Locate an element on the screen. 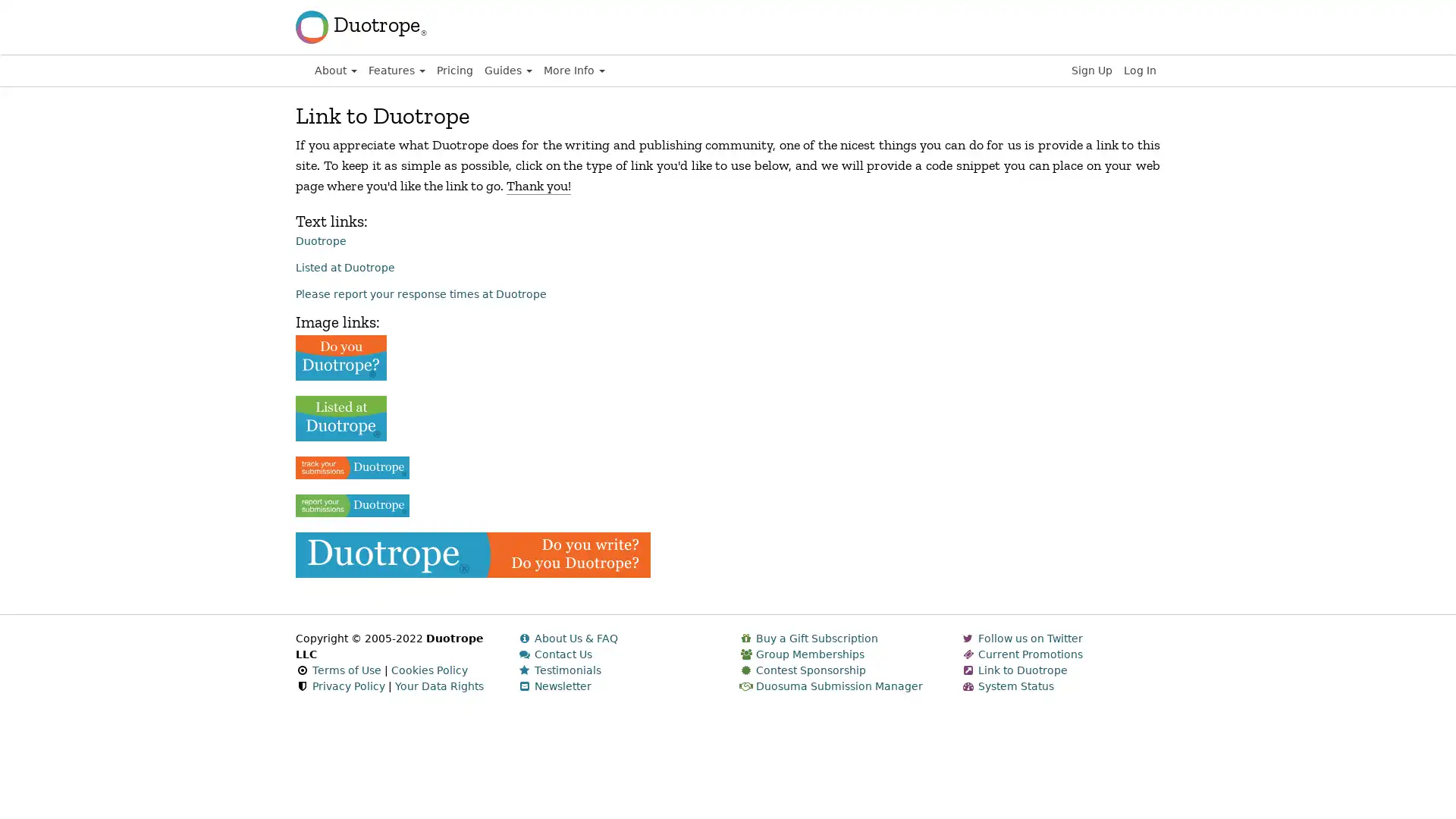 This screenshot has width=1456, height=819. Submit is located at coordinates (352, 505).